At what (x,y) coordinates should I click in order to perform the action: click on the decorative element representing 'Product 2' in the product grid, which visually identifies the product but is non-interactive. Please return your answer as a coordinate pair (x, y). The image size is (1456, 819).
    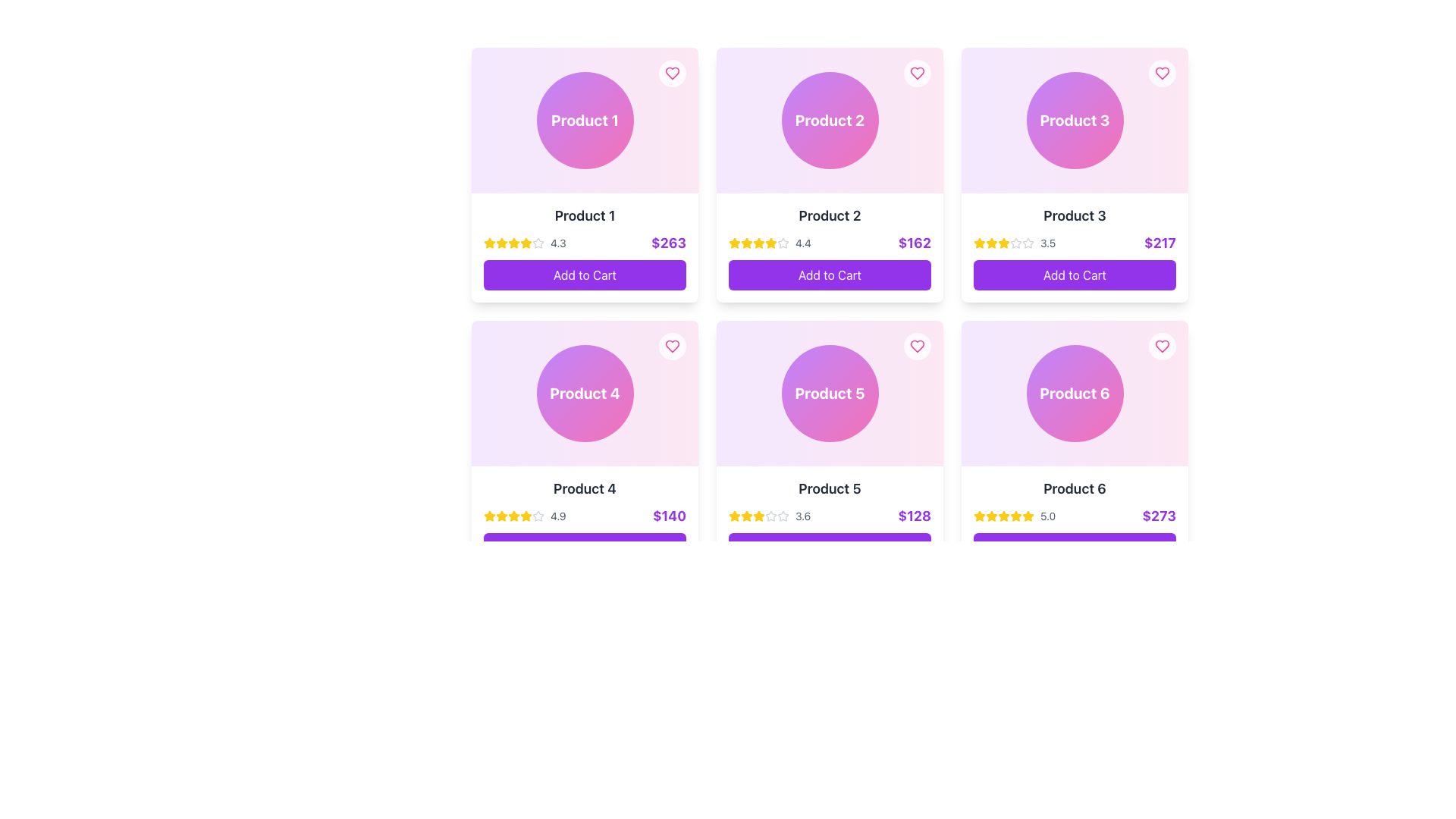
    Looking at the image, I should click on (829, 119).